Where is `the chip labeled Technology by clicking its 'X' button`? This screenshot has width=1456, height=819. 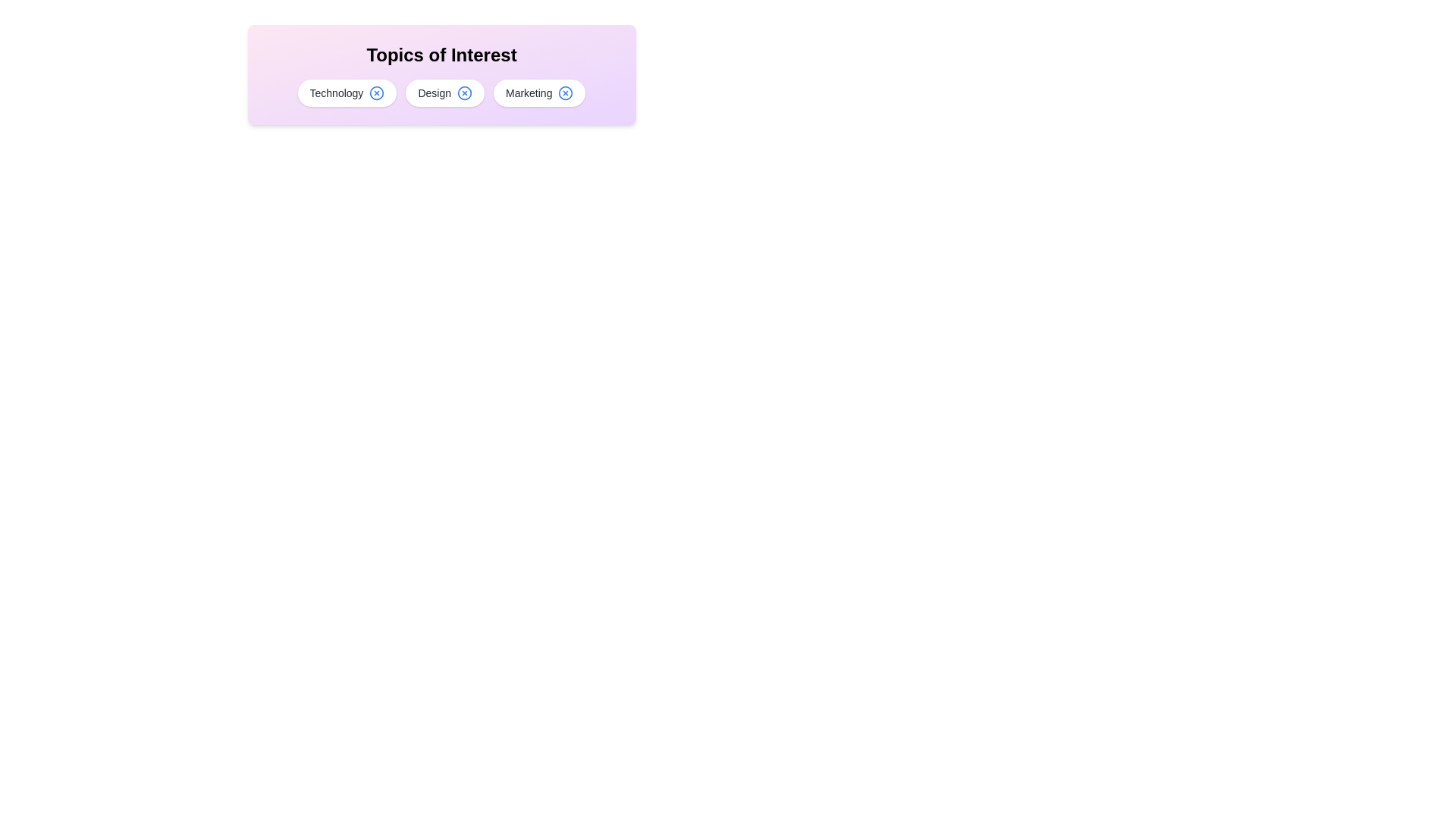
the chip labeled Technology by clicking its 'X' button is located at coordinates (377, 93).